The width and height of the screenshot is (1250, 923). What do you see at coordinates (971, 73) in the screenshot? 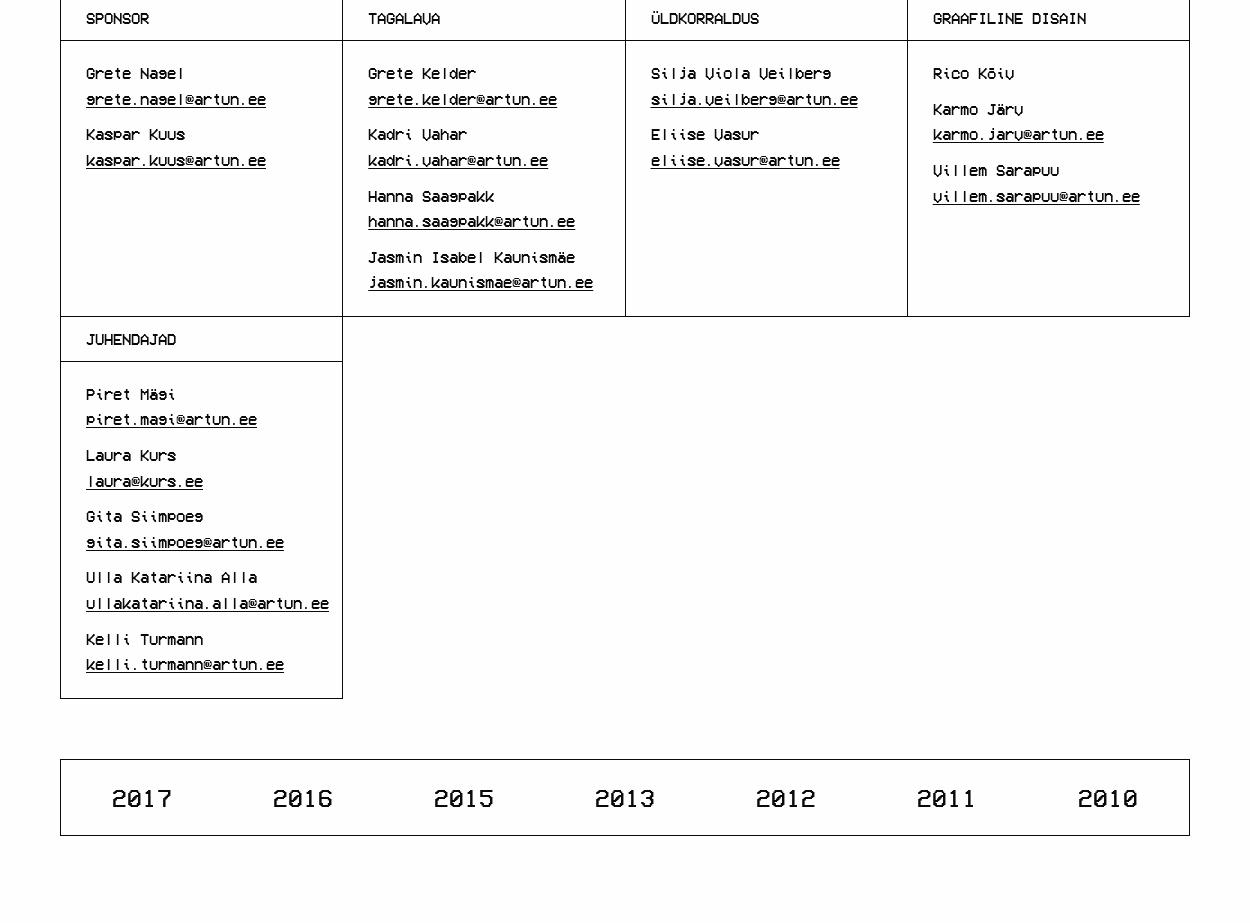
I see `'Rico Kõiv'` at bounding box center [971, 73].